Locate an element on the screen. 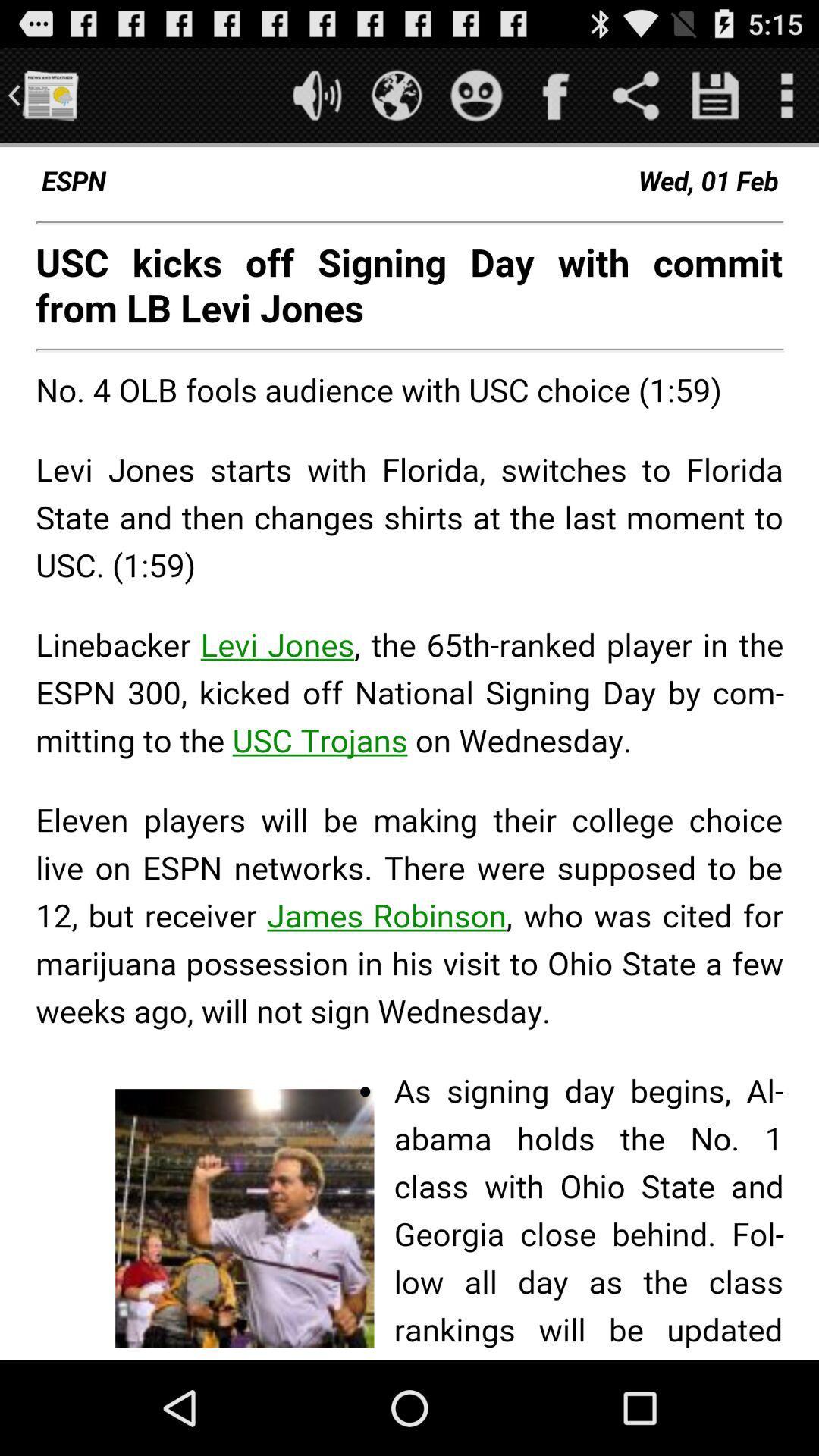 This screenshot has height=1456, width=819. page button is located at coordinates (715, 94).